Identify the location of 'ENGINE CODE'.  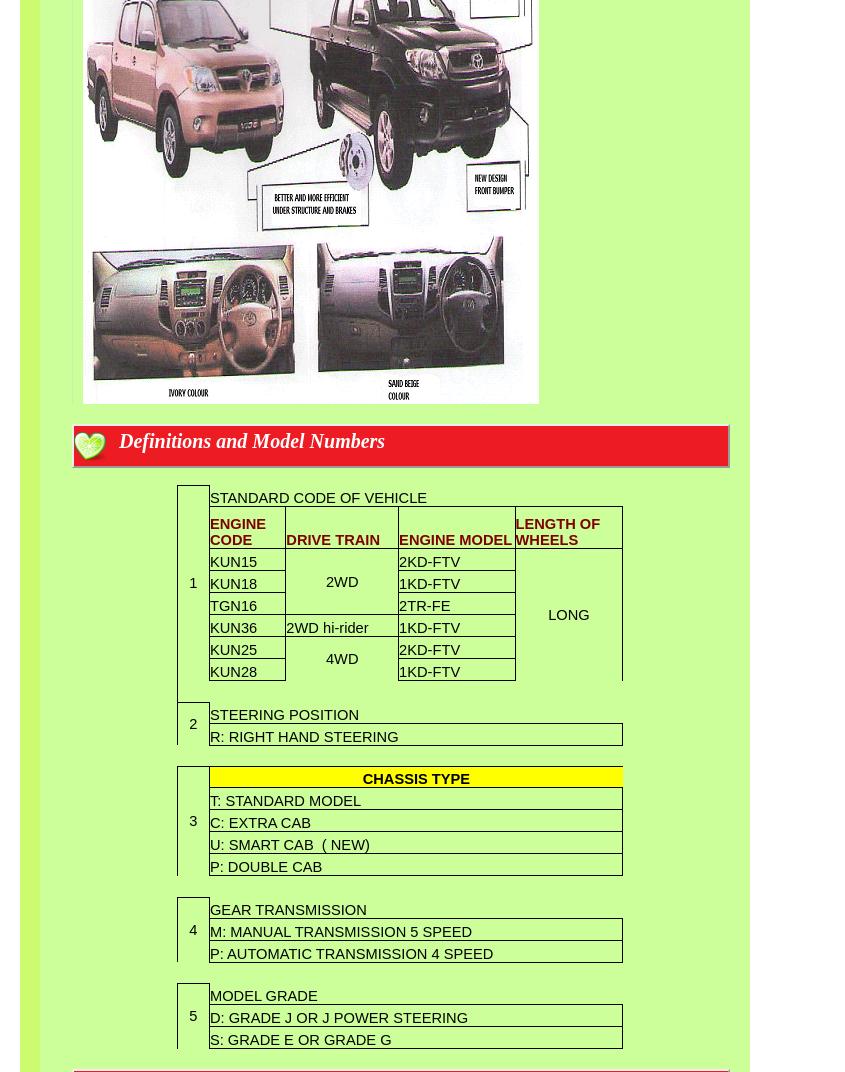
(236, 532).